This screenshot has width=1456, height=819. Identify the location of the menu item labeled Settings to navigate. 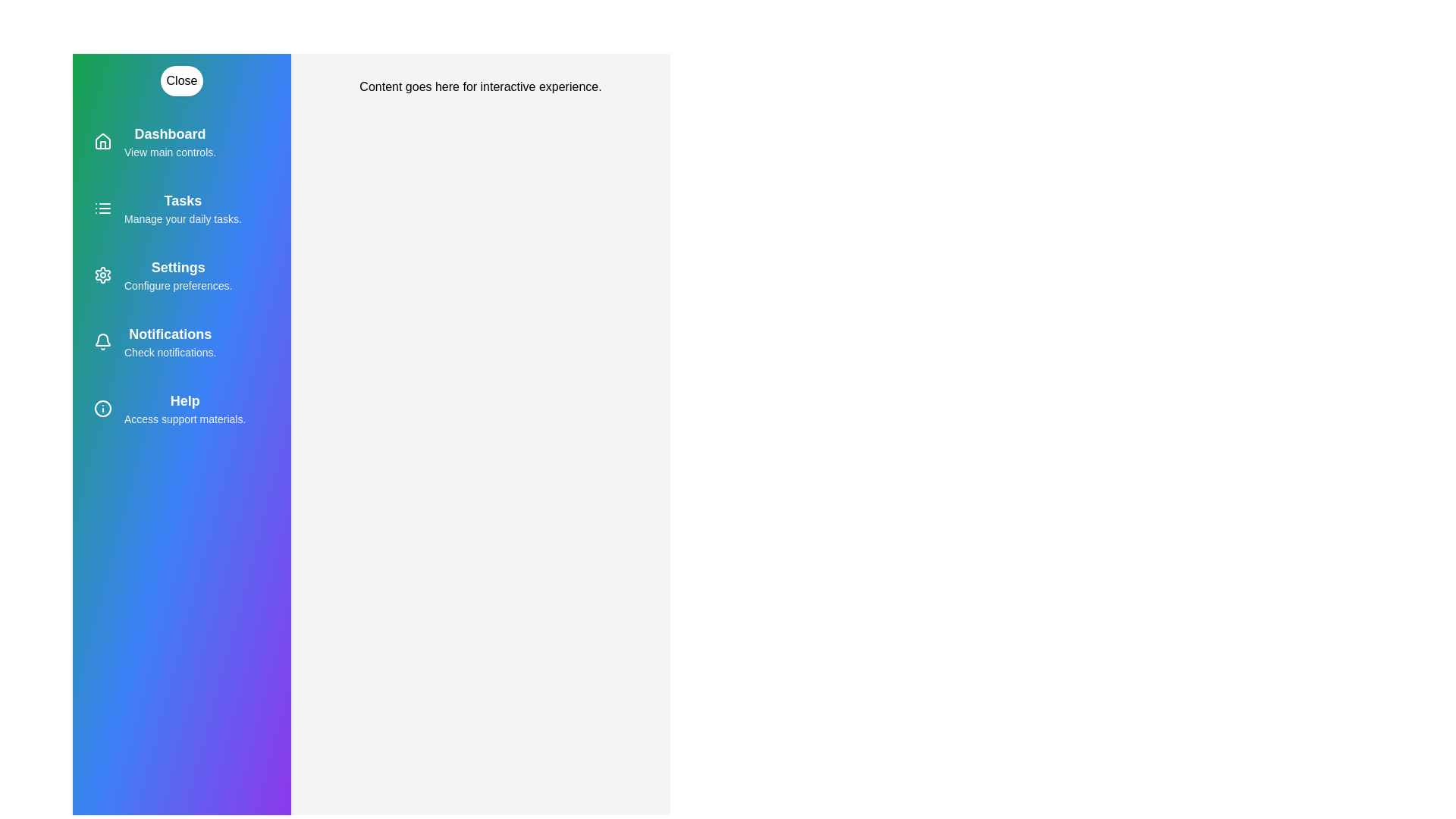
(182, 275).